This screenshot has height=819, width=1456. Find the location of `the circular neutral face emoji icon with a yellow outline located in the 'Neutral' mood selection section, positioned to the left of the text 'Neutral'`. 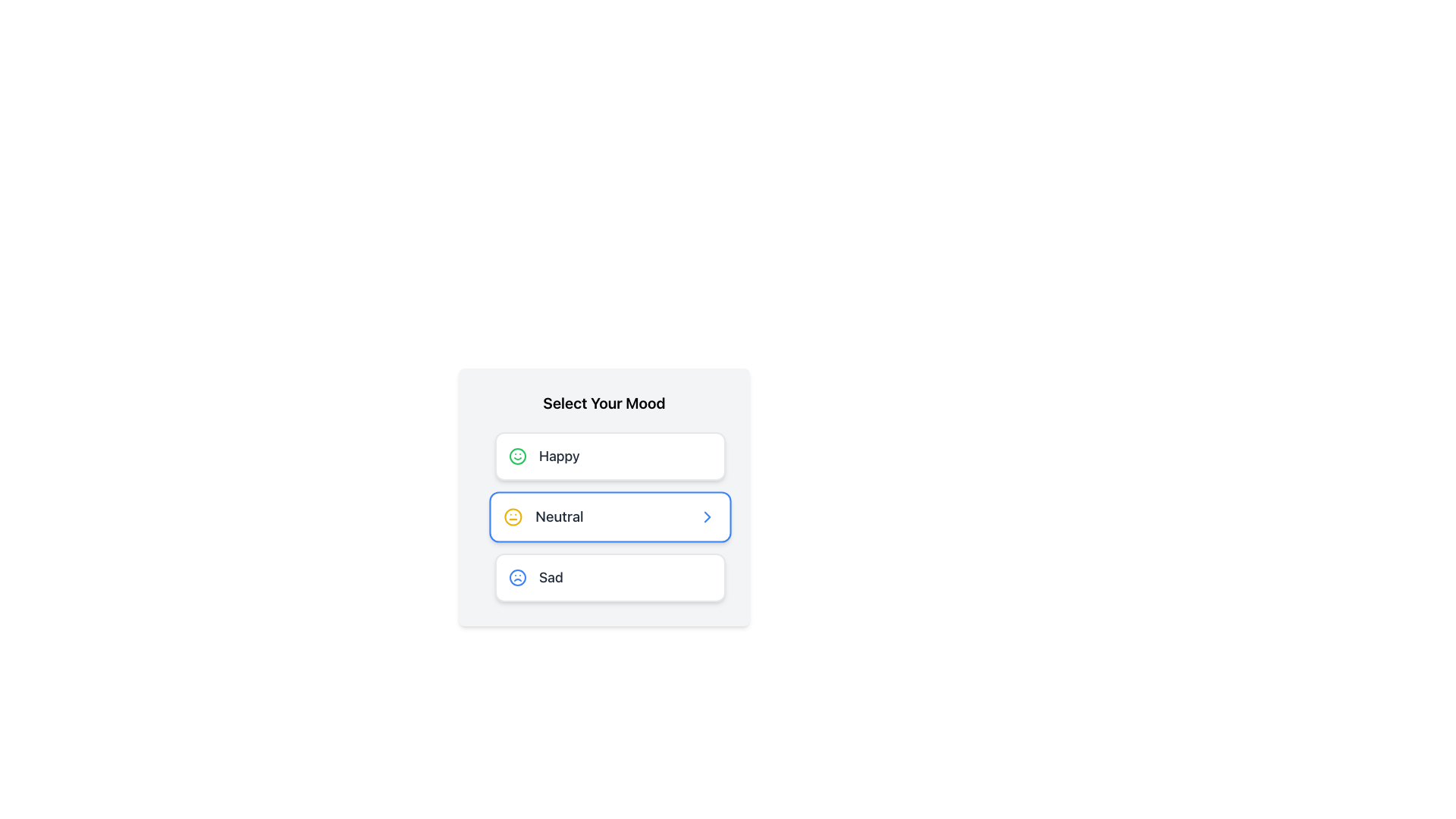

the circular neutral face emoji icon with a yellow outline located in the 'Neutral' mood selection section, positioned to the left of the text 'Neutral' is located at coordinates (513, 516).